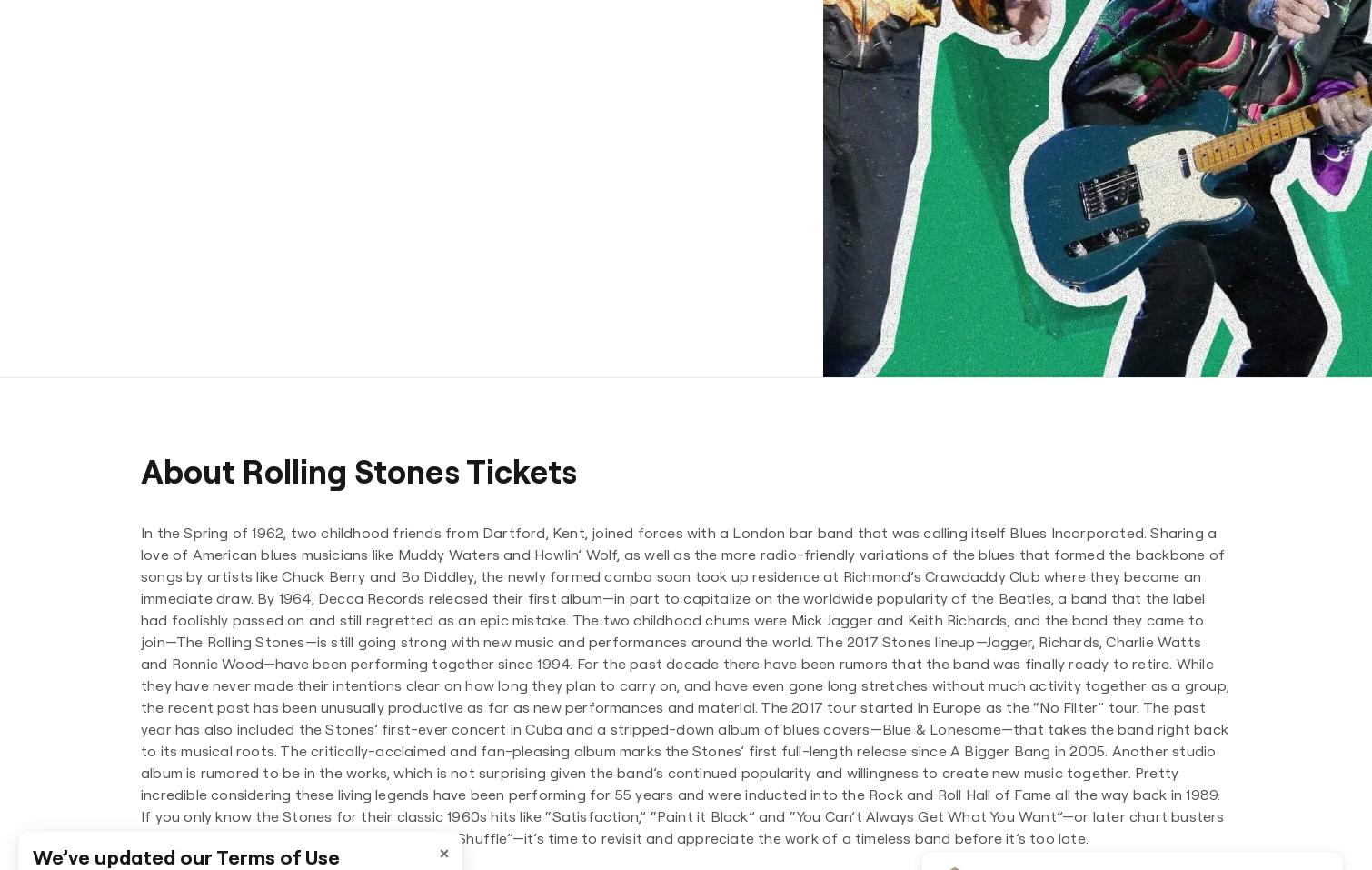 This screenshot has width=1372, height=870. Describe the element at coordinates (686, 307) in the screenshot. I see `'Washington Nationals'` at that location.